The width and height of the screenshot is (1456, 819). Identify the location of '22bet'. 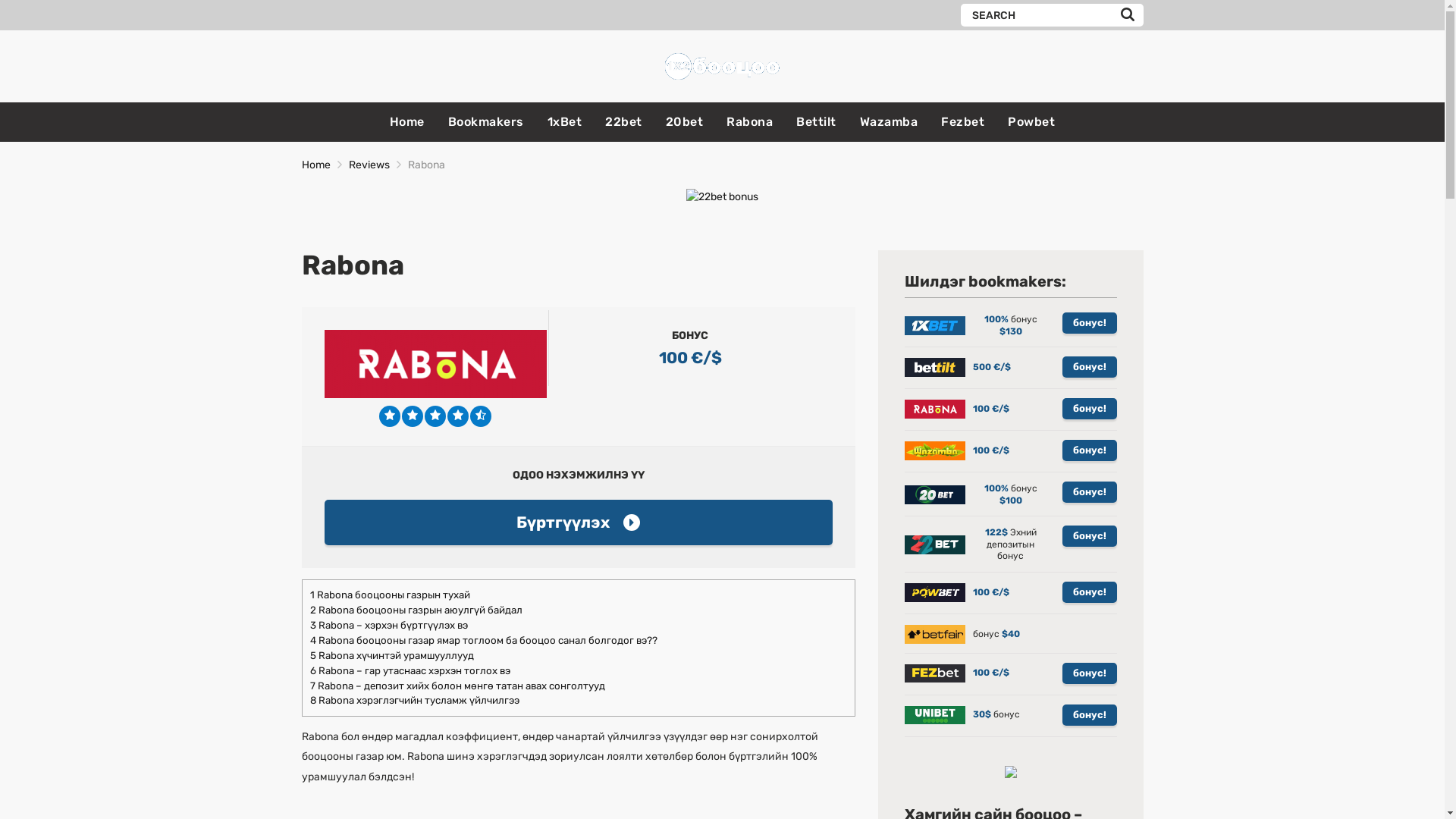
(604, 121).